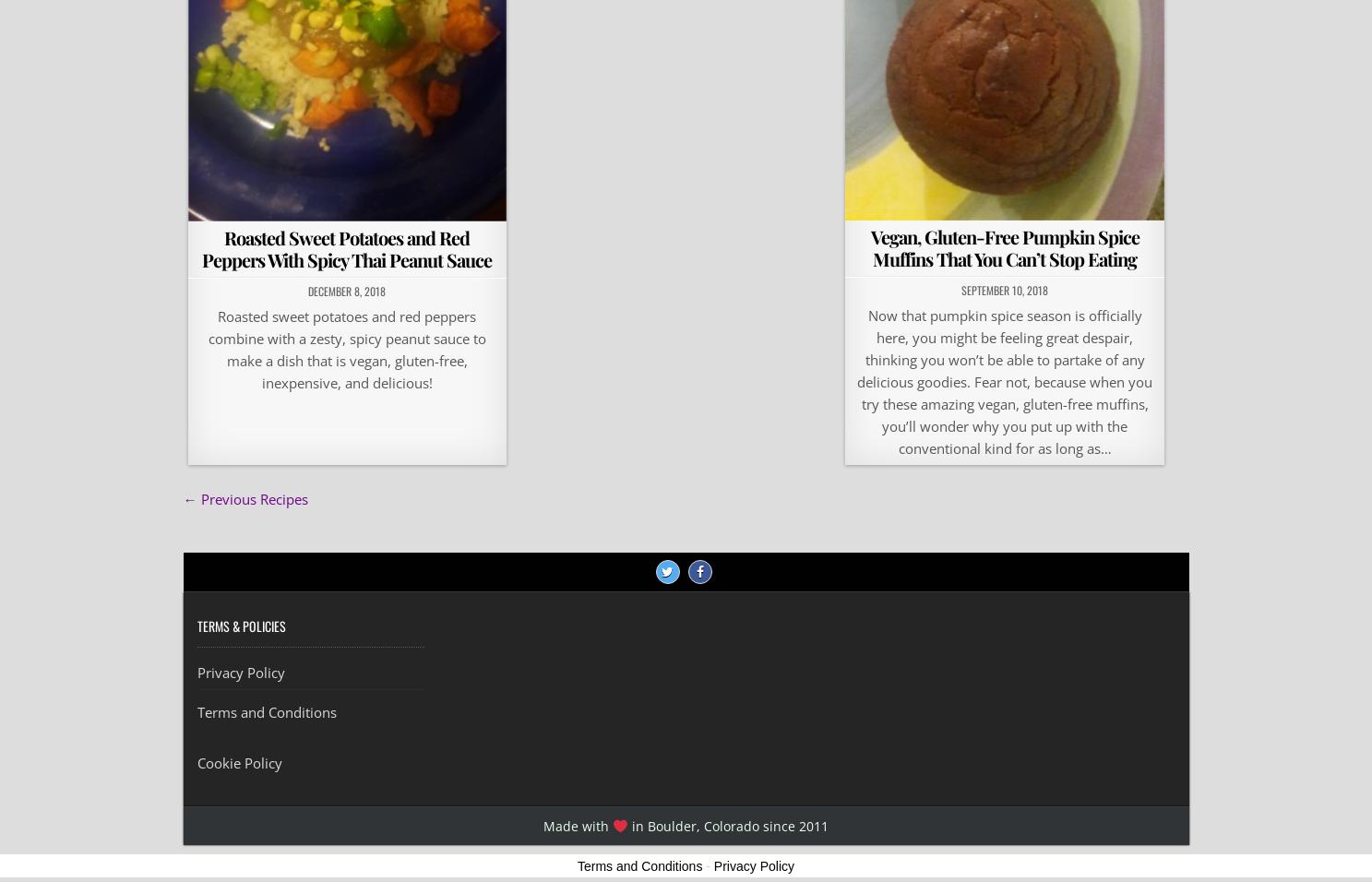  I want to click on 'Cookie Policy', so click(239, 762).